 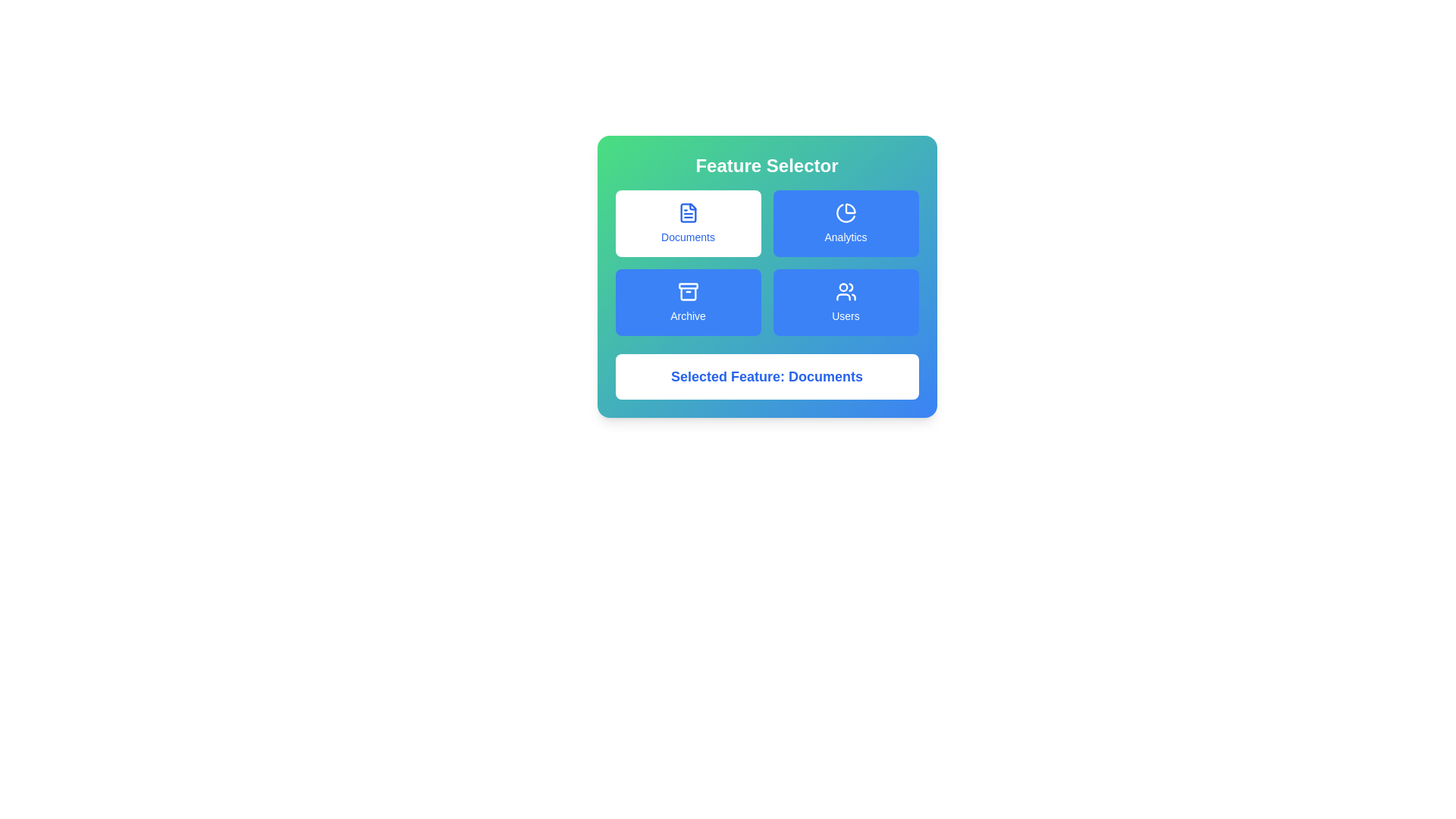 What do you see at coordinates (687, 293) in the screenshot?
I see `the storage-related icon located` at bounding box center [687, 293].